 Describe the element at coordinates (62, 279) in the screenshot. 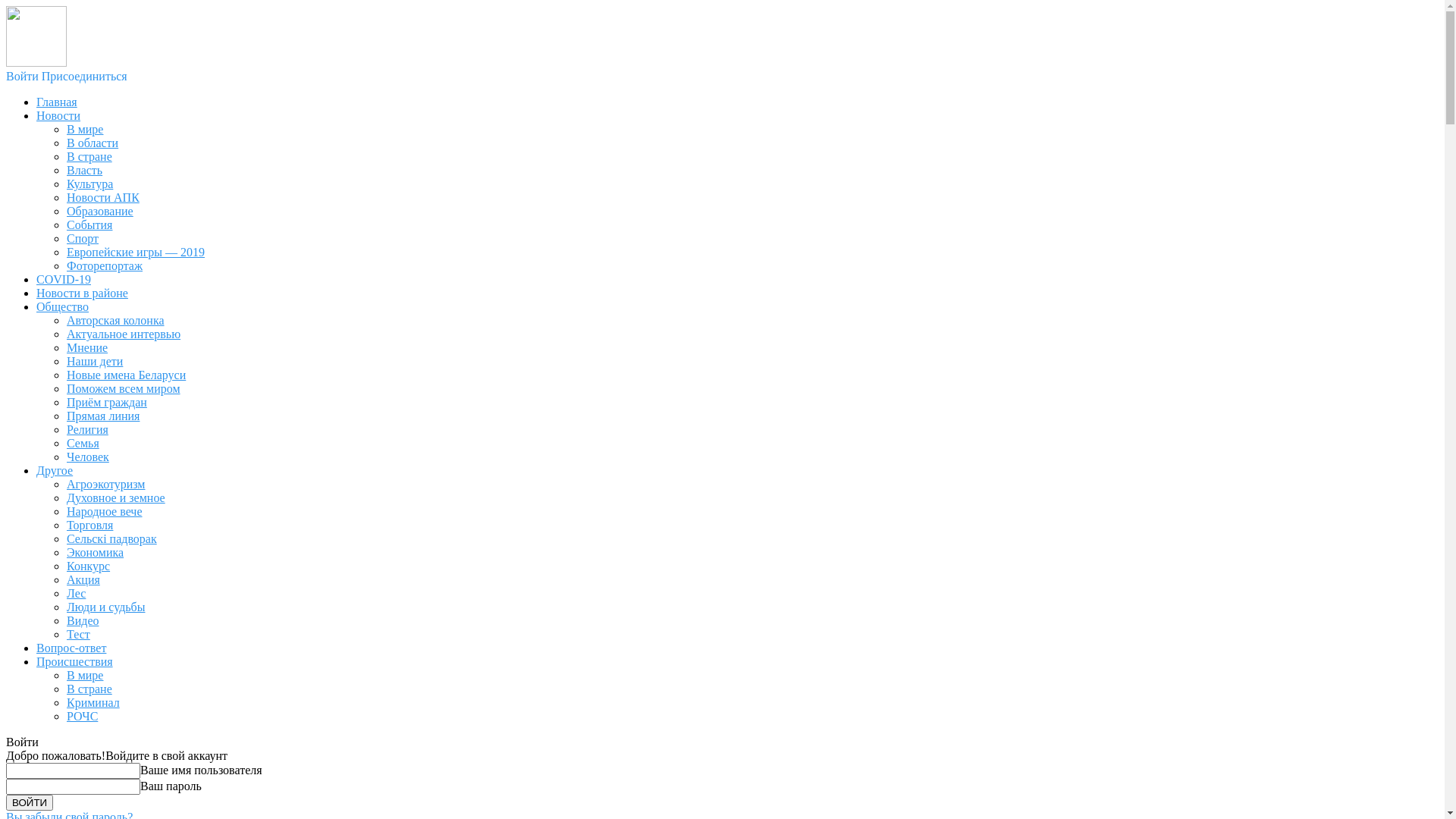

I see `'COVID-19'` at that location.